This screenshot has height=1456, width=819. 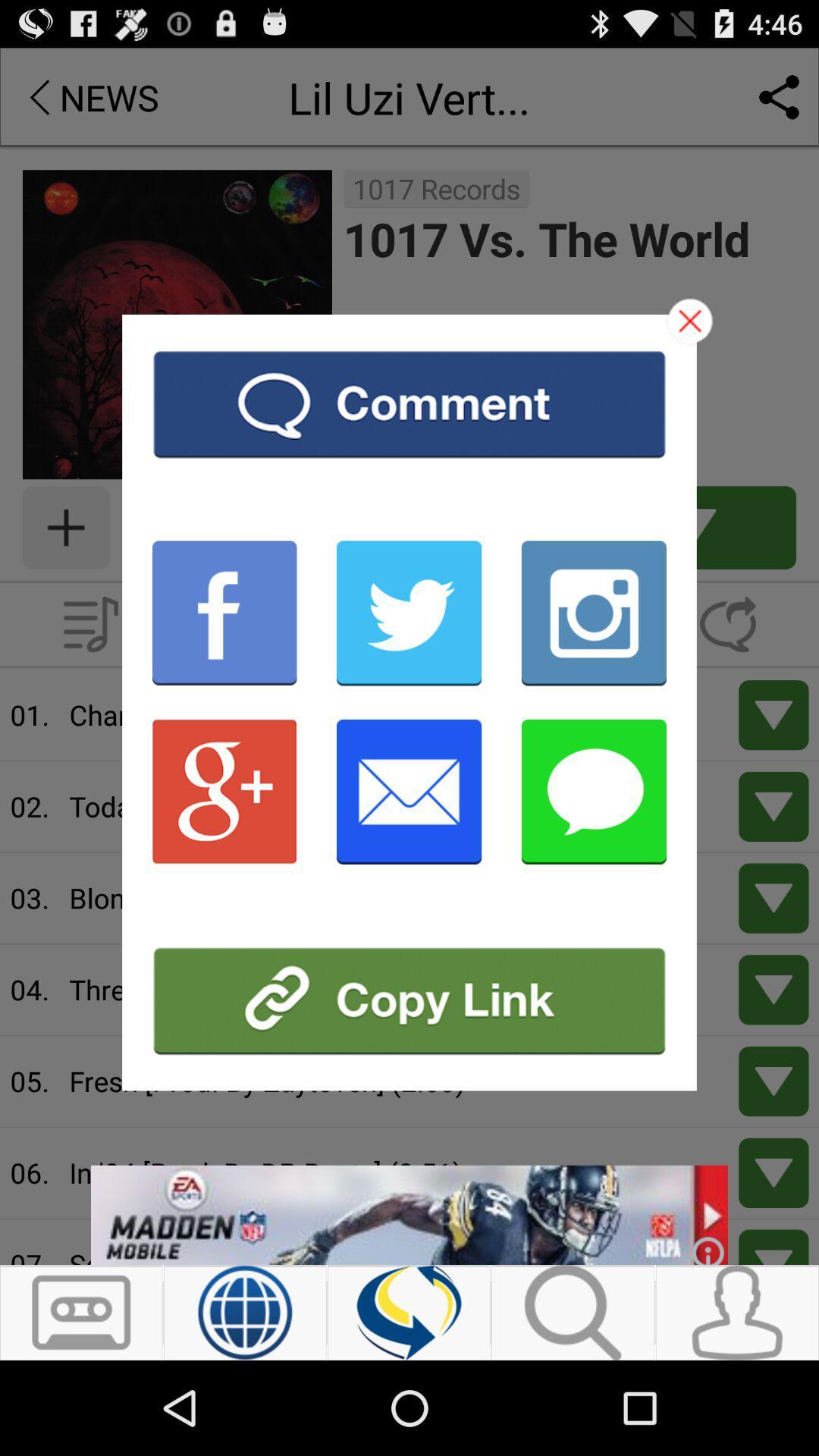 What do you see at coordinates (224, 790) in the screenshot?
I see `click for google plus` at bounding box center [224, 790].